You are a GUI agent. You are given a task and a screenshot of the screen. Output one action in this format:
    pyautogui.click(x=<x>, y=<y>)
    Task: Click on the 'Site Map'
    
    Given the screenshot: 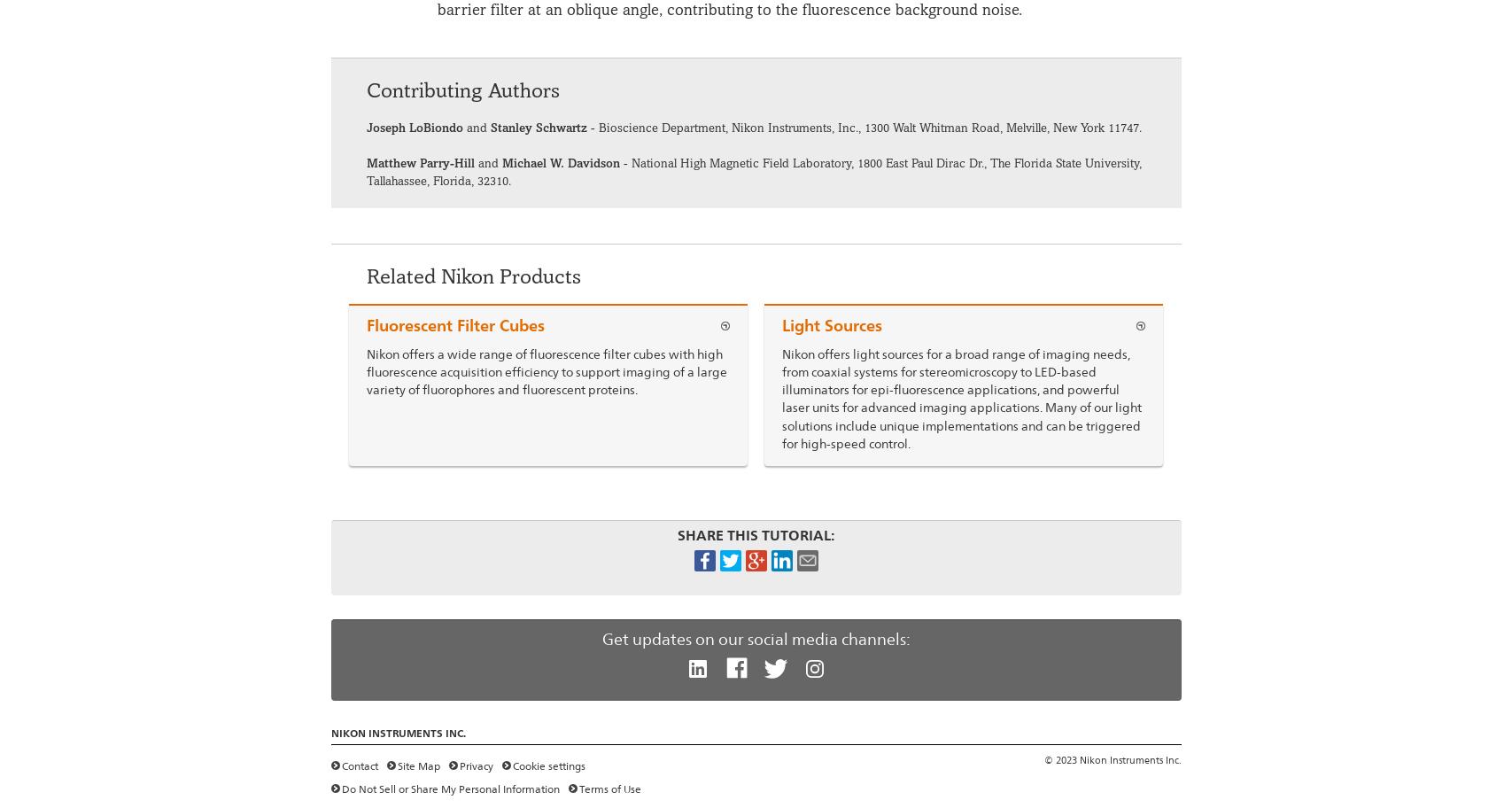 What is the action you would take?
    pyautogui.click(x=417, y=765)
    